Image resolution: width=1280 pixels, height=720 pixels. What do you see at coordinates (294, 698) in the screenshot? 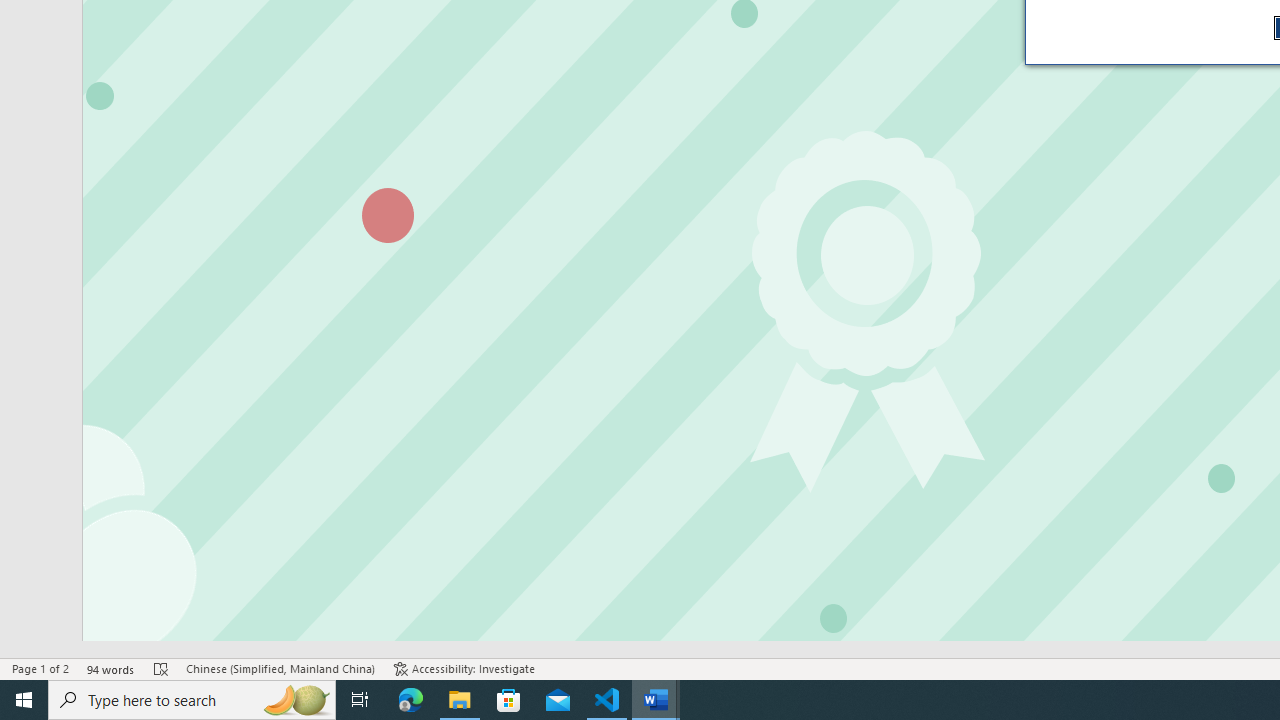
I see `'Search highlights icon opens search home window'` at bounding box center [294, 698].